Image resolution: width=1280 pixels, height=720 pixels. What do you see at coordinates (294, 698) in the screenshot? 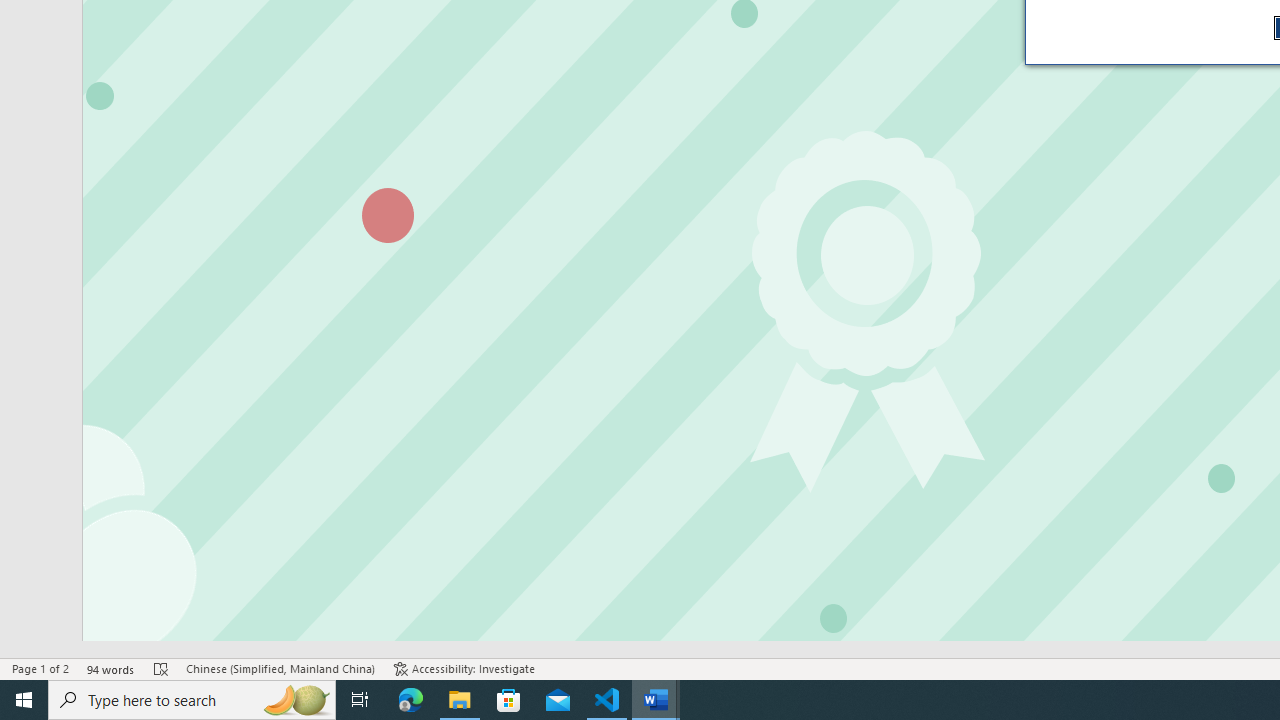
I see `'Search highlights icon opens search home window'` at bounding box center [294, 698].